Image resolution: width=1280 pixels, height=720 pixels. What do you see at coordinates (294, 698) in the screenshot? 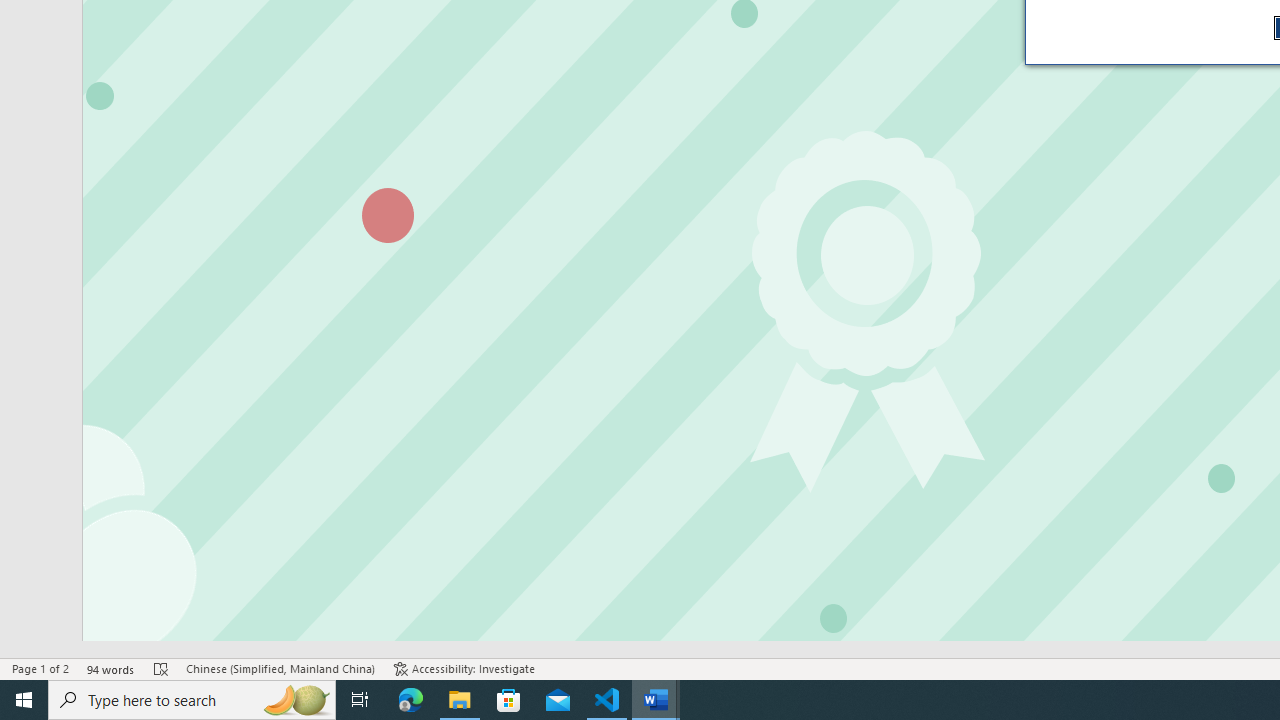
I see `'Search highlights icon opens search home window'` at bounding box center [294, 698].